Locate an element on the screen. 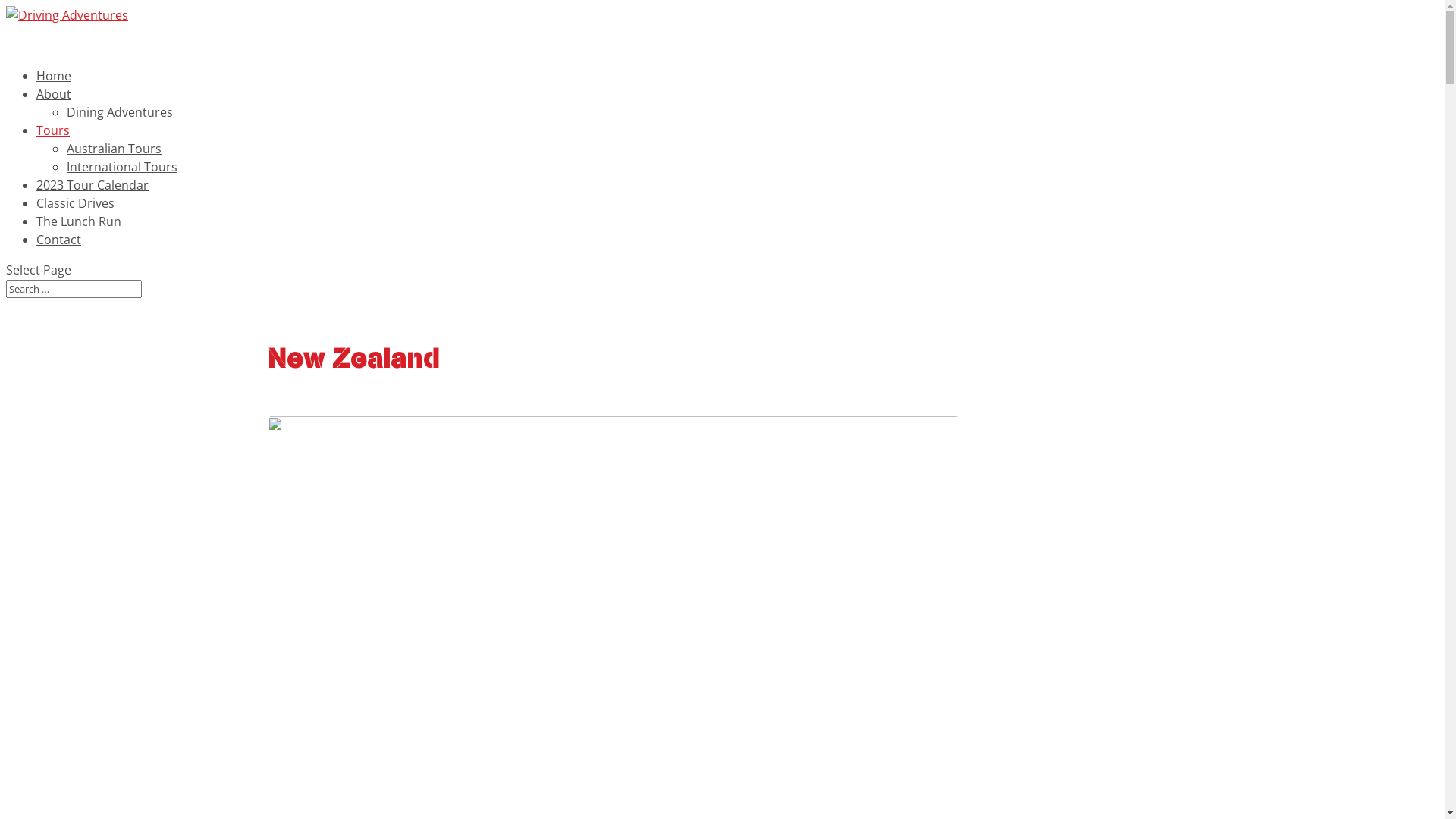 This screenshot has width=1456, height=819. '2023 Tour Calendar' is located at coordinates (36, 199).